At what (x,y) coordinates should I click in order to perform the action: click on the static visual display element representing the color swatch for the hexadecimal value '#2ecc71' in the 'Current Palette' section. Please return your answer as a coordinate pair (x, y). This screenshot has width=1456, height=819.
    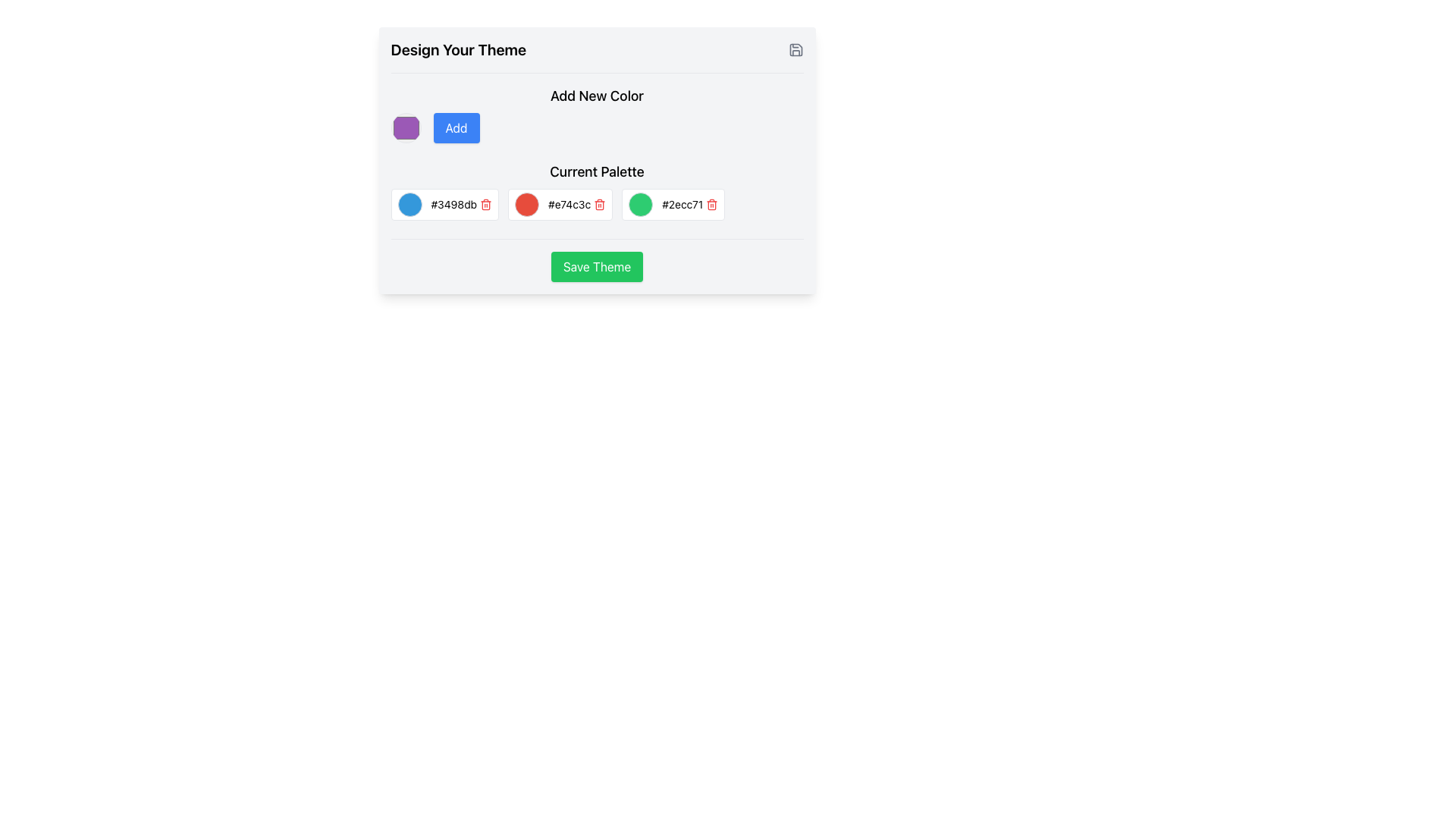
    Looking at the image, I should click on (641, 205).